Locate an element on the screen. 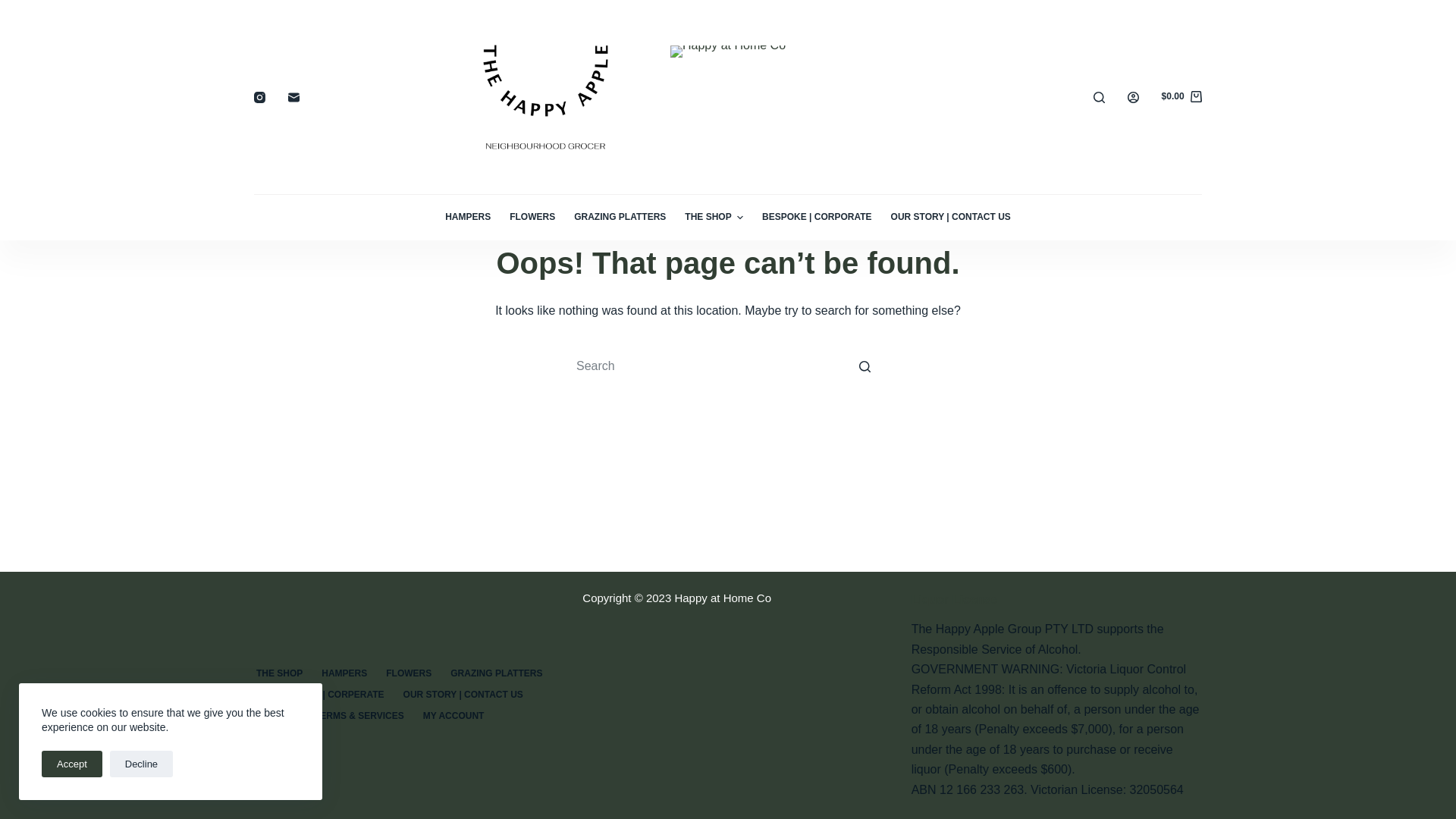 This screenshot has width=1456, height=819. 'BESPOKE | CORPERATE' is located at coordinates (329, 695).